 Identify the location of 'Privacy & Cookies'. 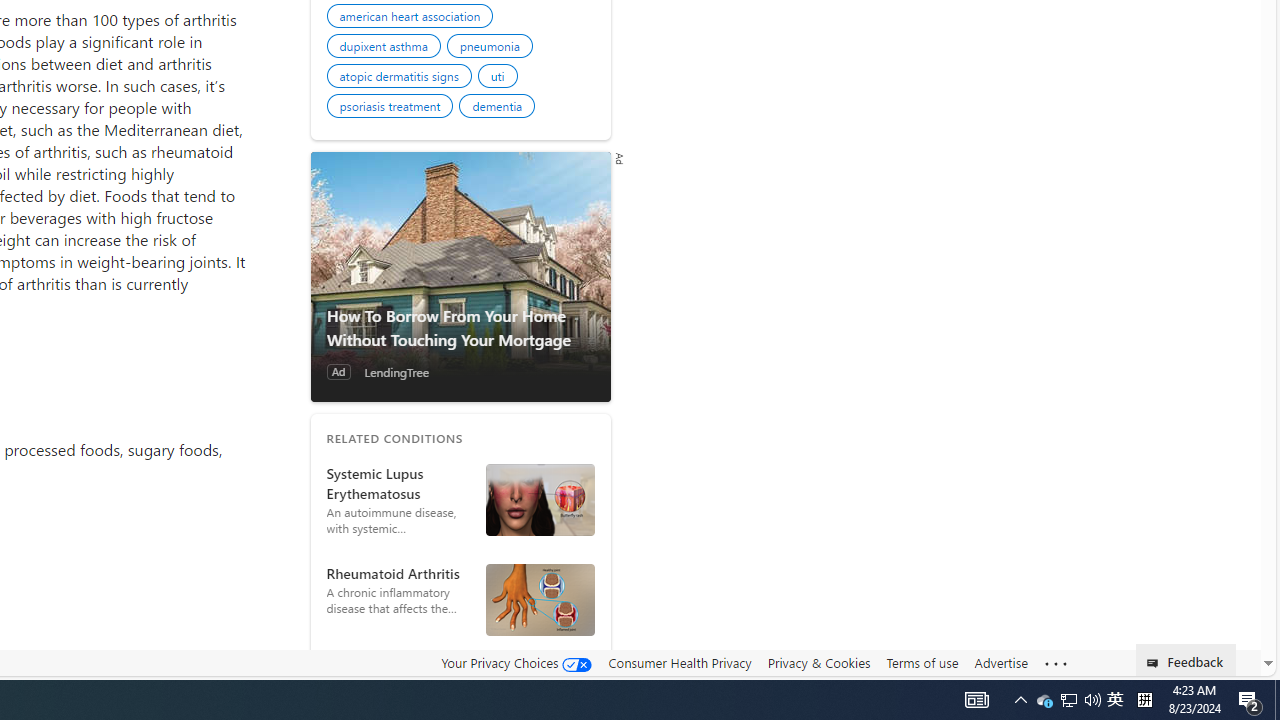
(818, 662).